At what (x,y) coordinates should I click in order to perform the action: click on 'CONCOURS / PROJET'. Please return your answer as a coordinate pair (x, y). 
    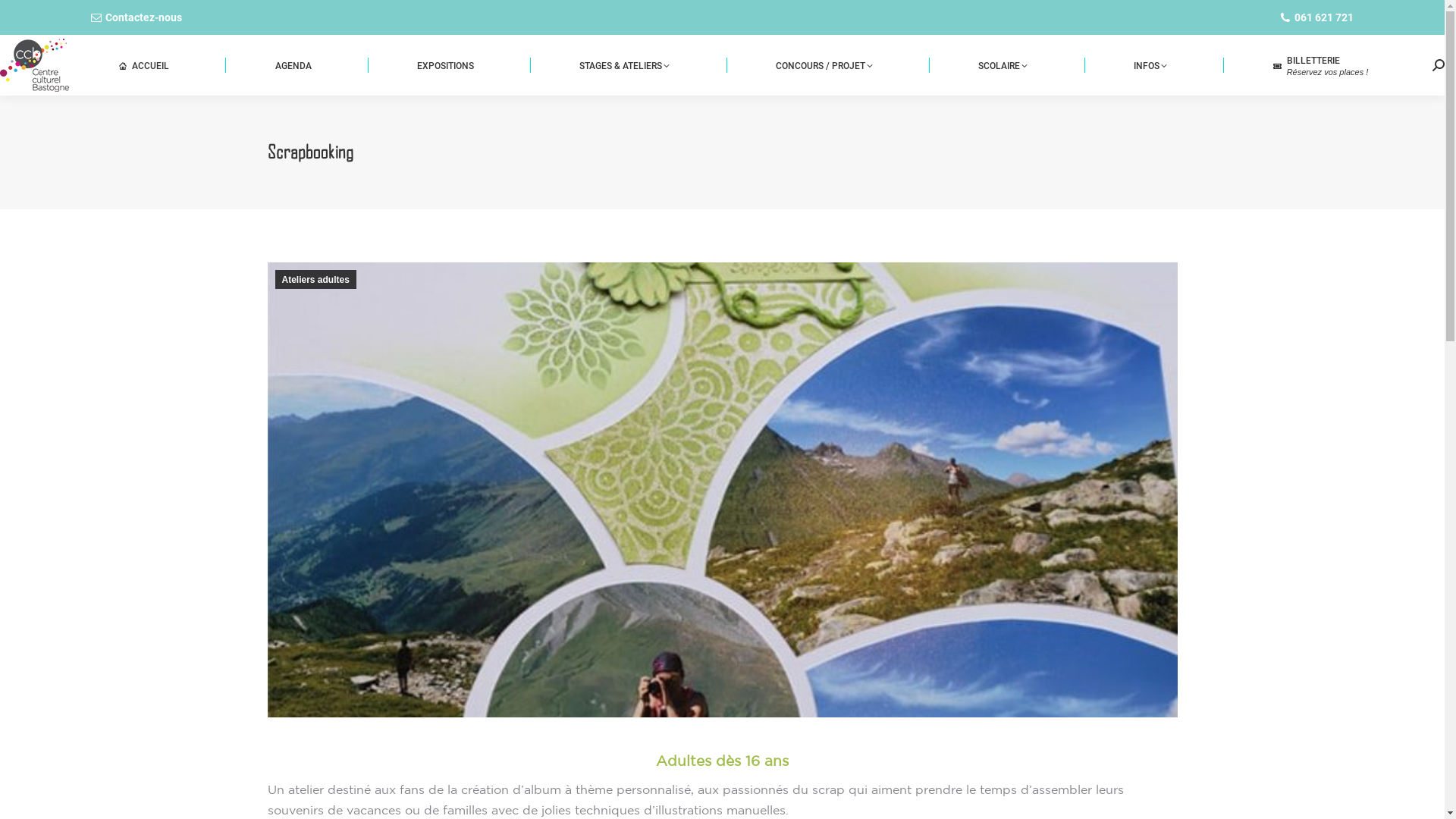
    Looking at the image, I should click on (823, 64).